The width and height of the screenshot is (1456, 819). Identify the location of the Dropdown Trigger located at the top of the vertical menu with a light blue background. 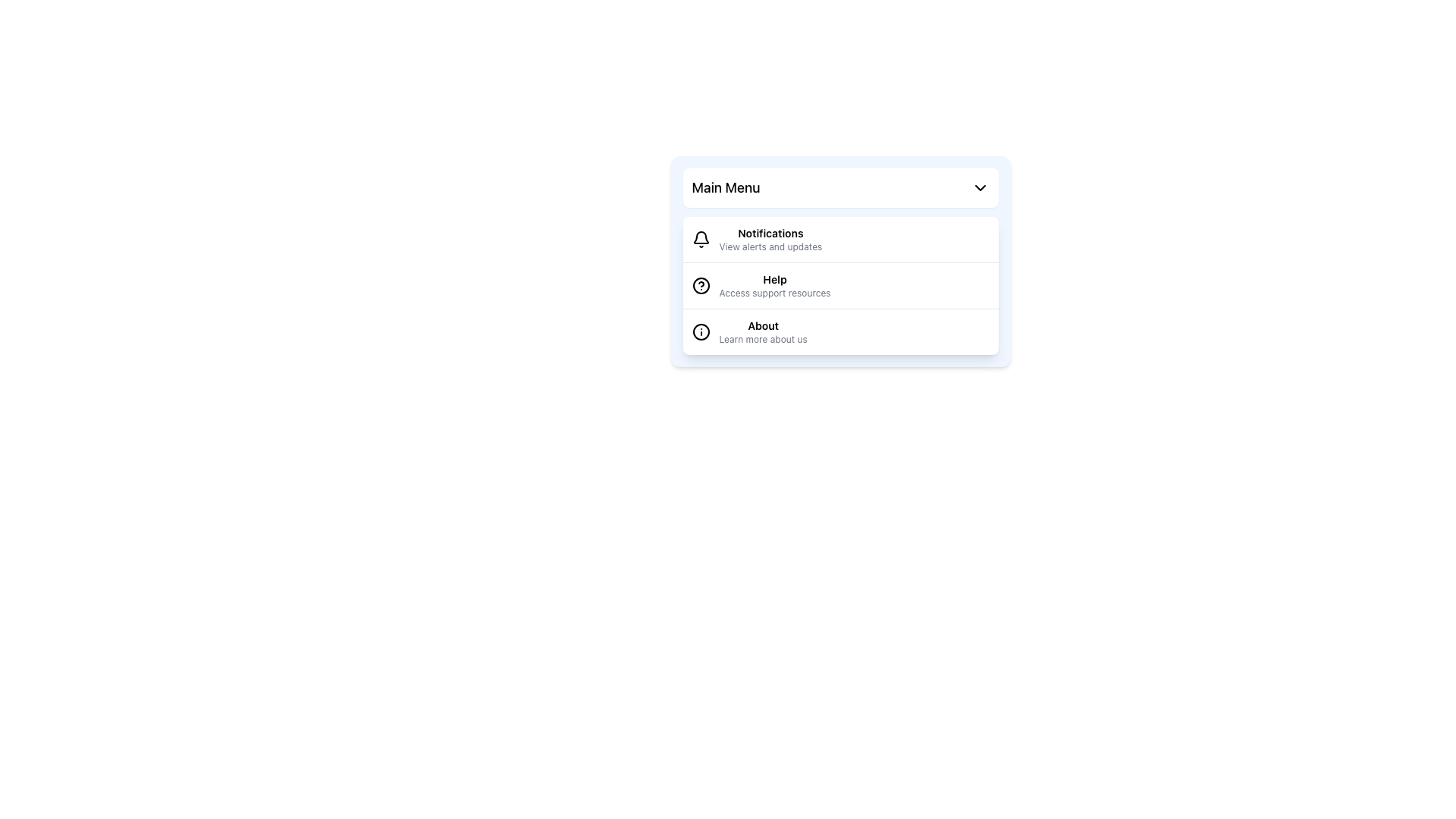
(839, 187).